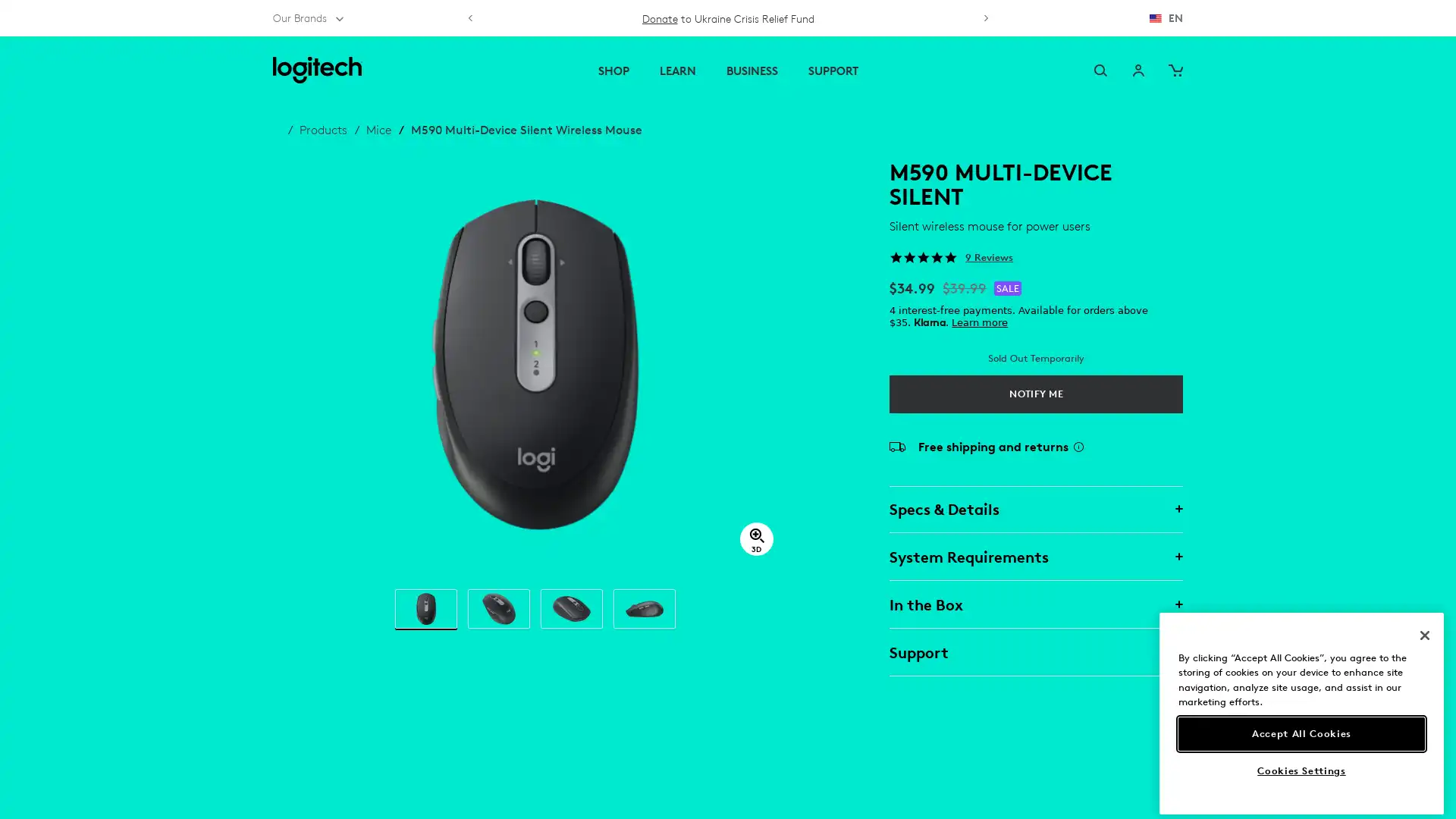 The image size is (1456, 819). What do you see at coordinates (1301, 730) in the screenshot?
I see `Accept All Cookies` at bounding box center [1301, 730].